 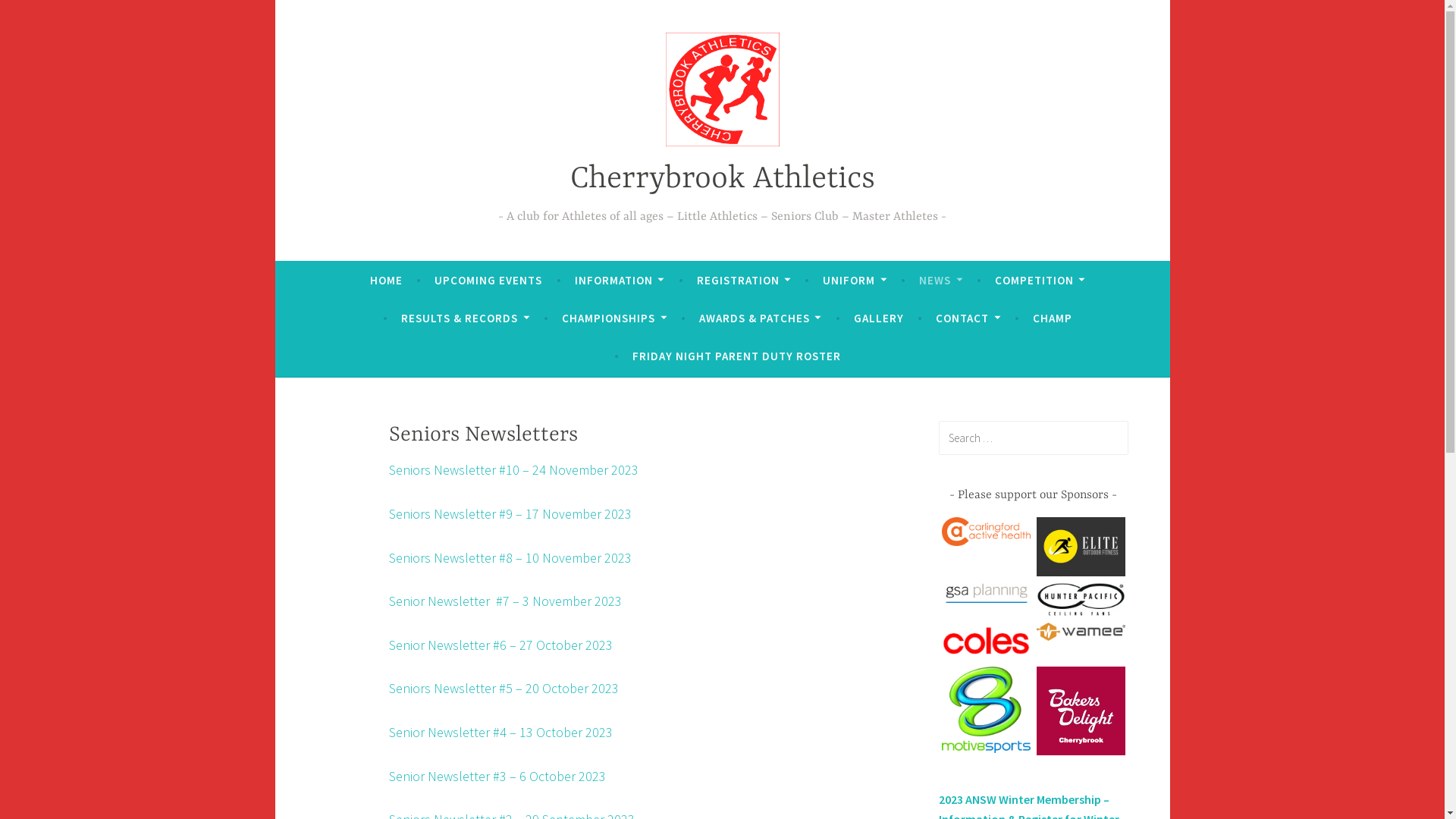 What do you see at coordinates (386, 281) in the screenshot?
I see `'HOME'` at bounding box center [386, 281].